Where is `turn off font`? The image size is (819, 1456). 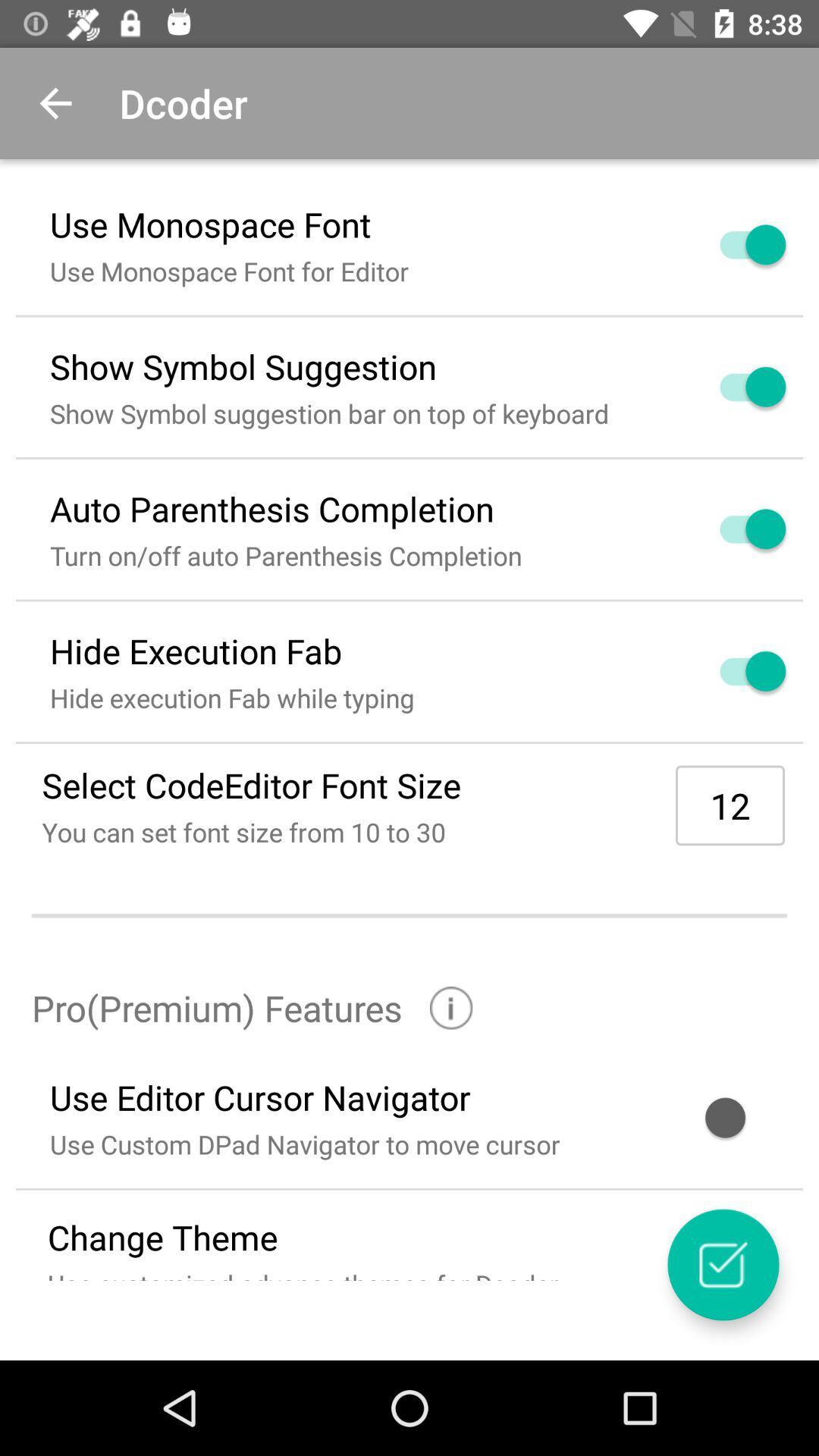
turn off font is located at coordinates (734, 244).